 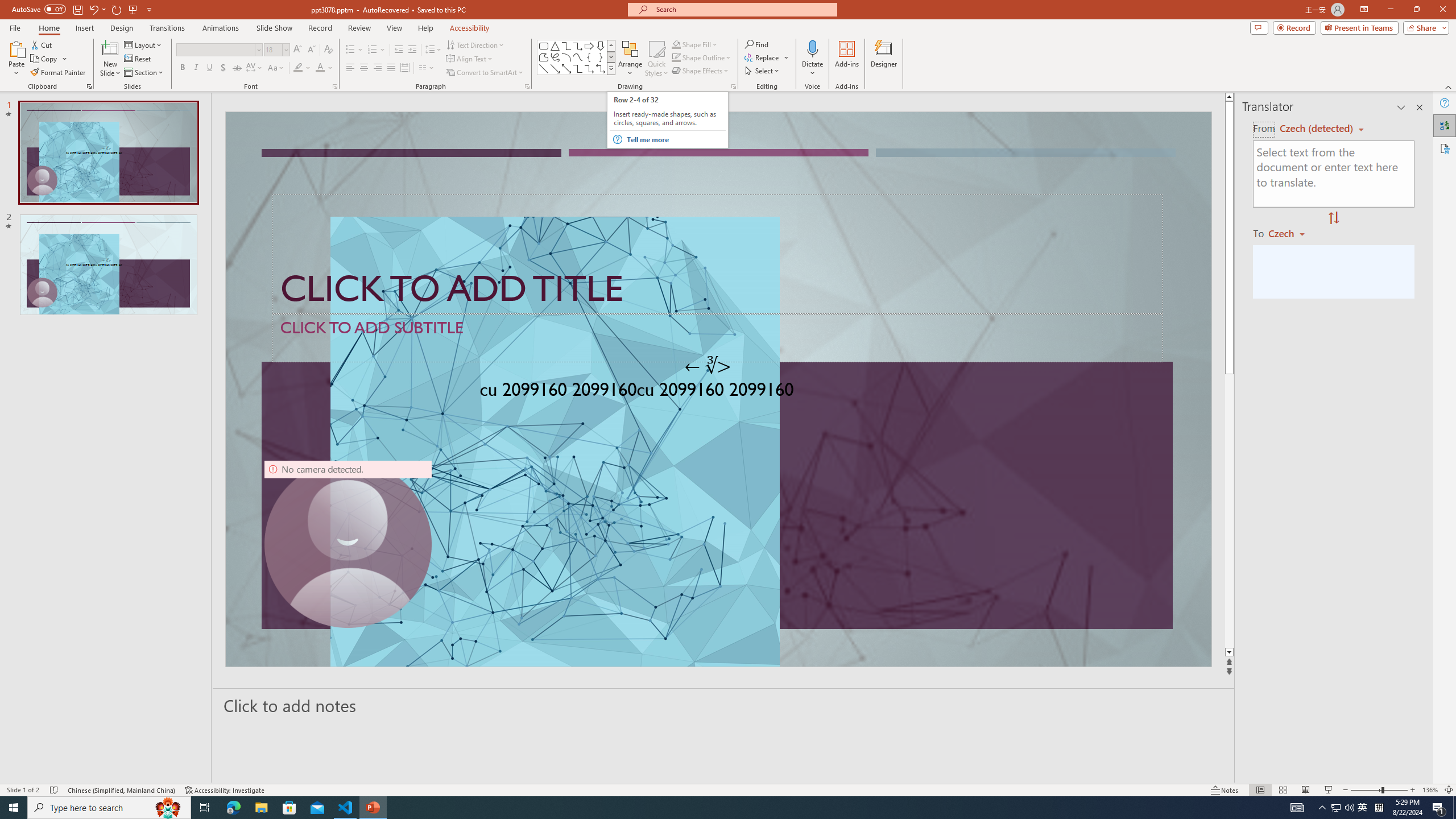 What do you see at coordinates (577, 56) in the screenshot?
I see `'Curve'` at bounding box center [577, 56].